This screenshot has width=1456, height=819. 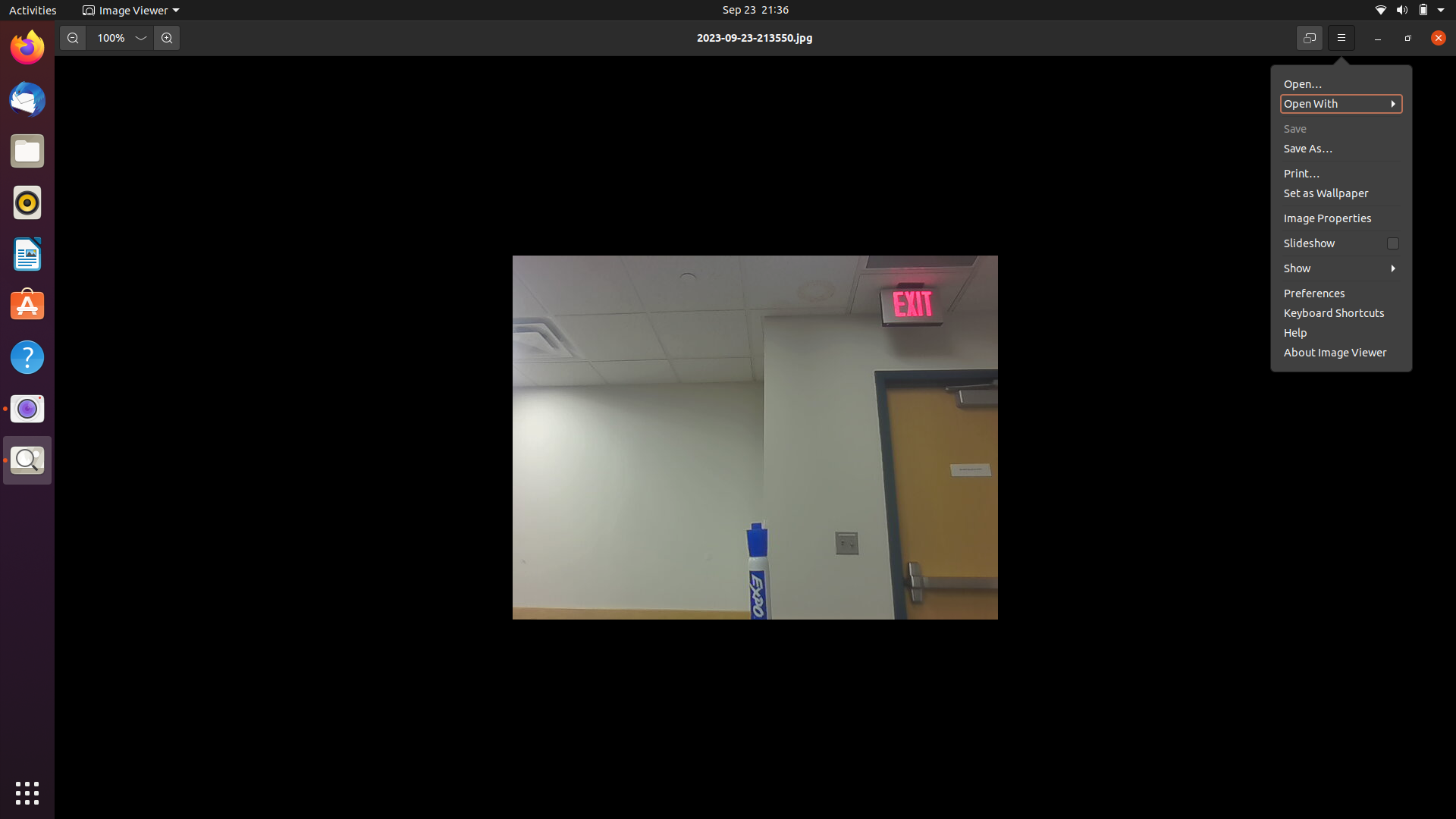 I want to click on Terminate the menu display, so click(x=1341, y=37).